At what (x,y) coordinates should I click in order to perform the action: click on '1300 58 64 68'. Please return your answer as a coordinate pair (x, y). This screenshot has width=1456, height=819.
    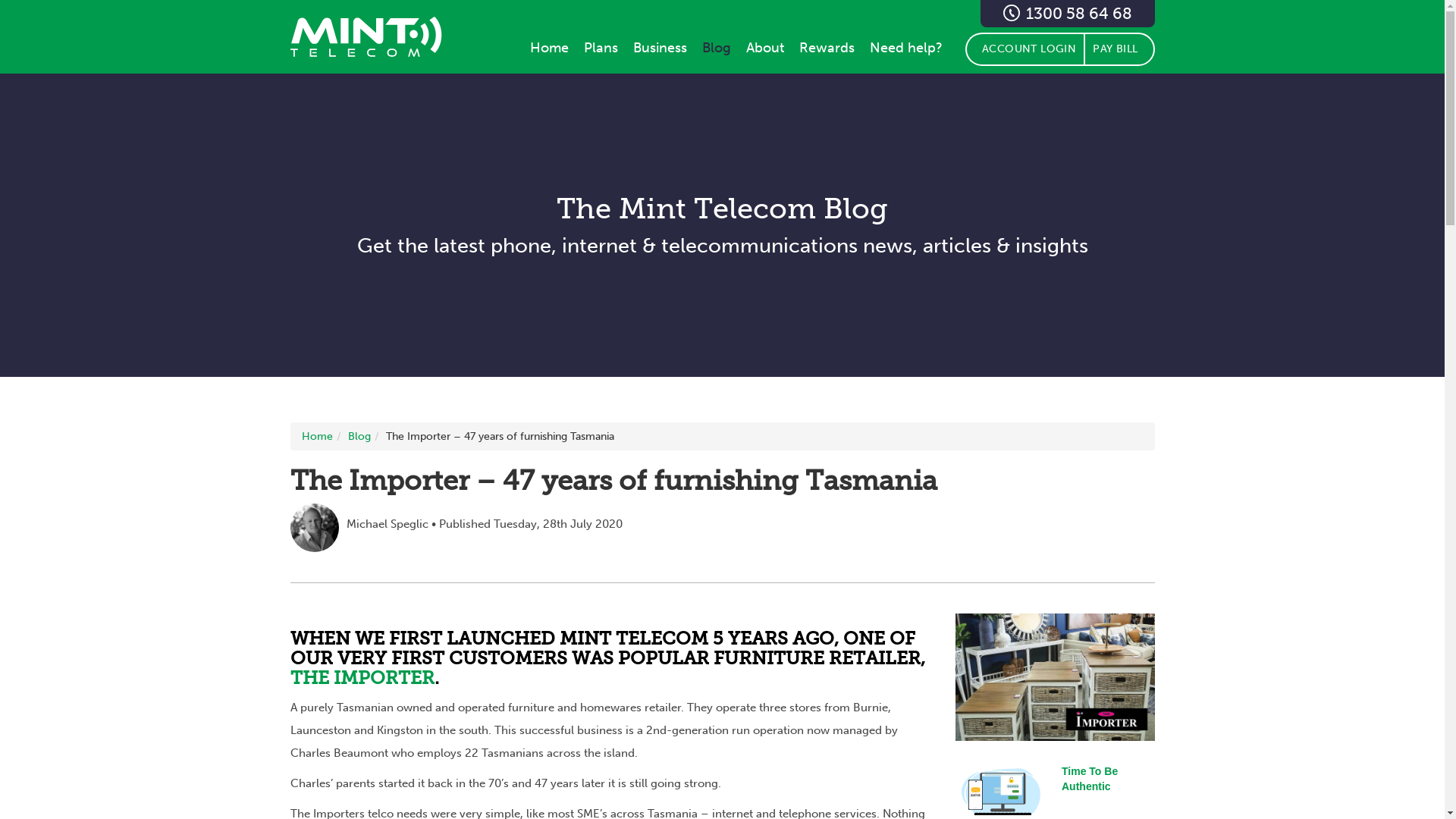
    Looking at the image, I should click on (979, 14).